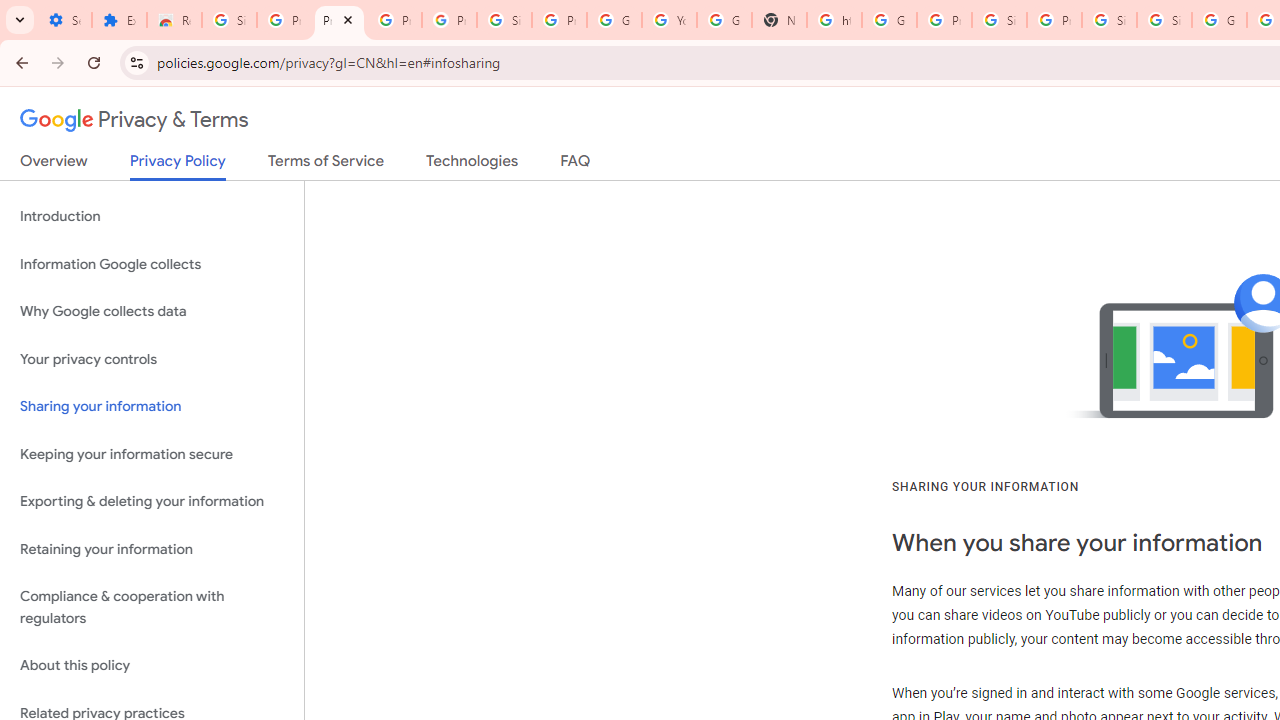 This screenshot has height=720, width=1280. What do you see at coordinates (778, 20) in the screenshot?
I see `'New Tab'` at bounding box center [778, 20].